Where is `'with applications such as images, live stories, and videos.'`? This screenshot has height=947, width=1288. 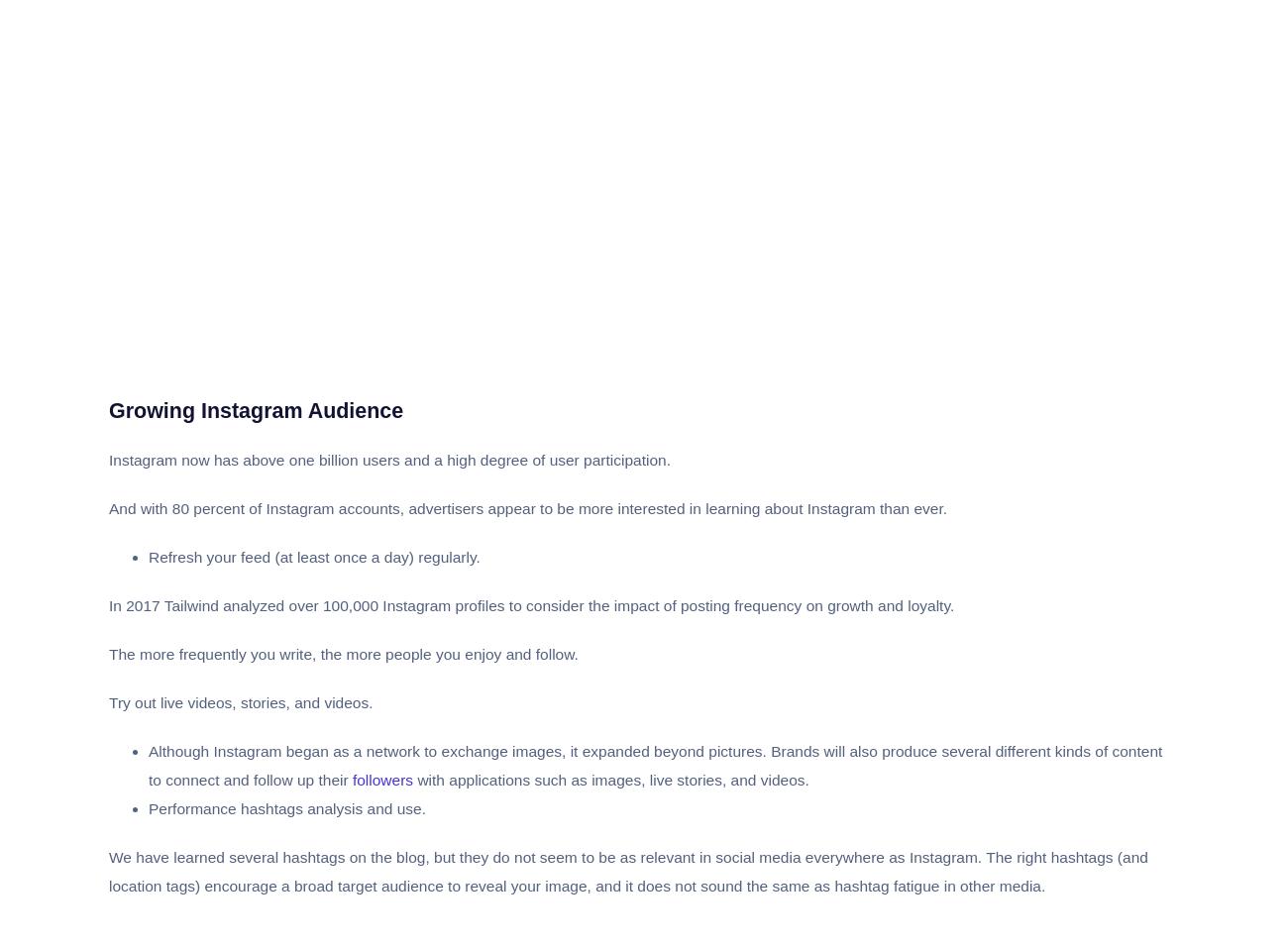
'with applications such as images, live stories, and videos.' is located at coordinates (610, 779).